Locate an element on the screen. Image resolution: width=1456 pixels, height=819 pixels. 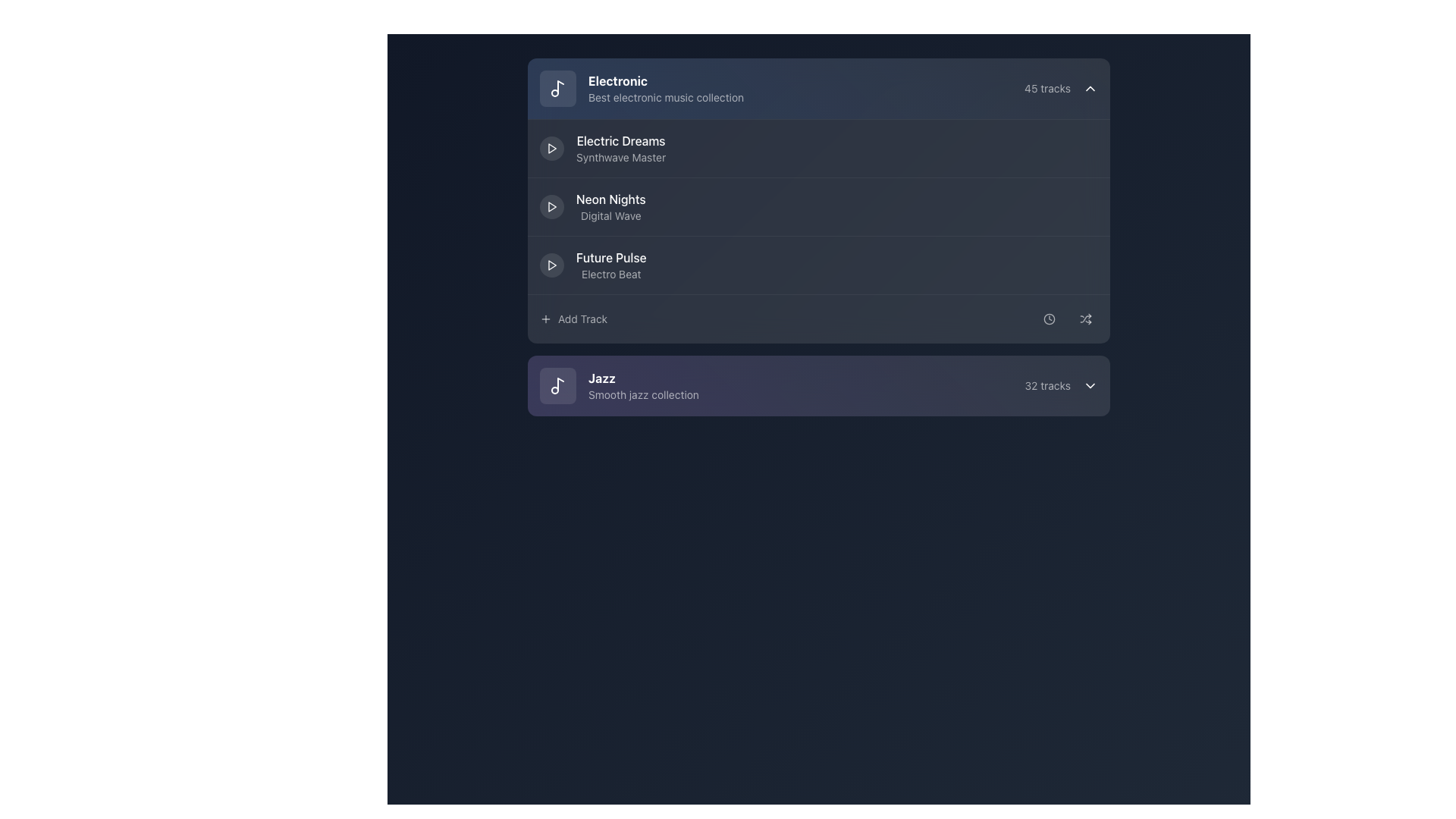
the SVG Circle element that serves as the primary circle in the clock icon representation, located within the second track's options in the 'Electronic' collection group is located at coordinates (1048, 318).